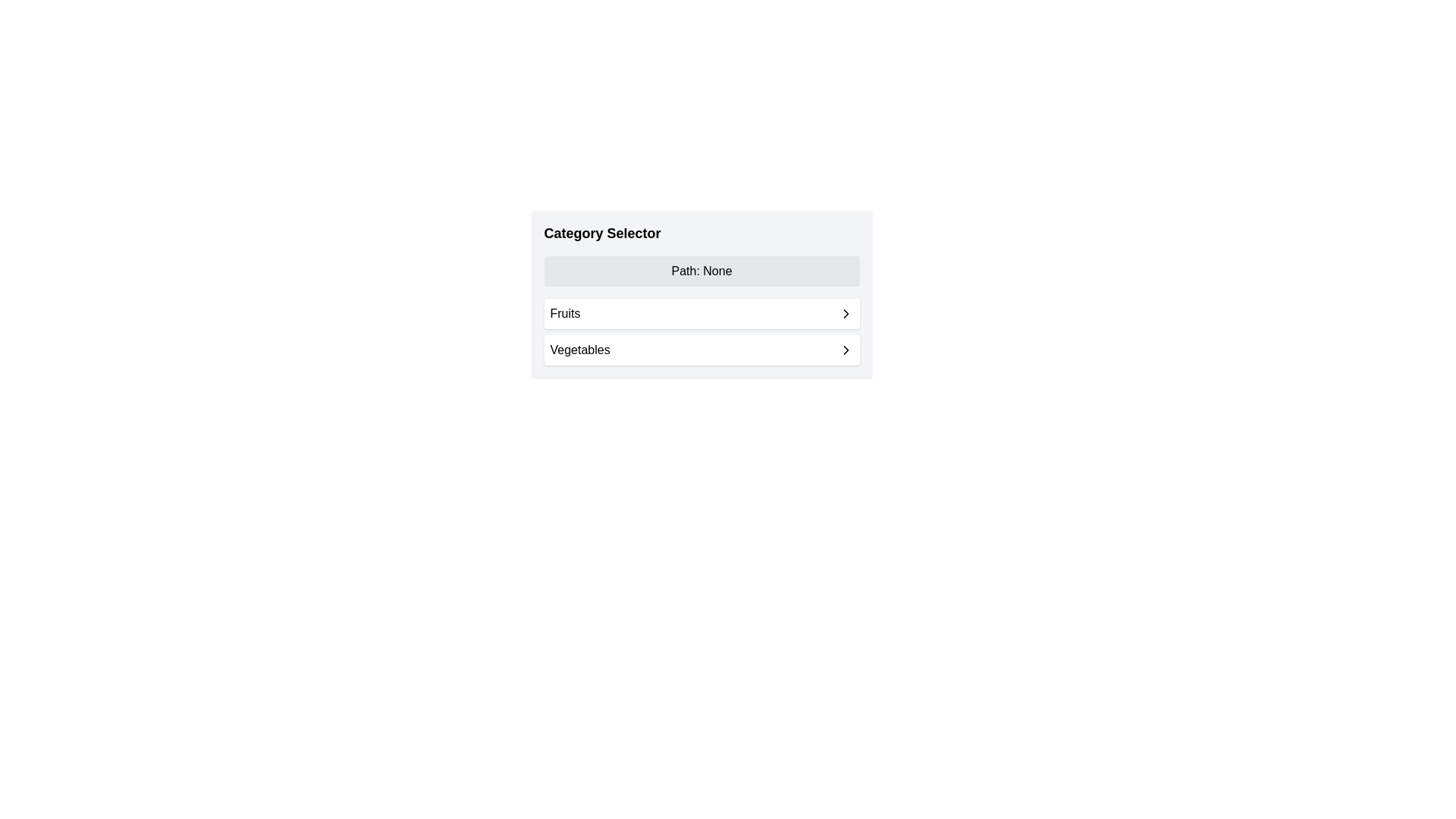 This screenshot has height=819, width=1456. What do you see at coordinates (579, 350) in the screenshot?
I see `the 'Vegetables' label, which is a text block styled with a plain black font located in the lower selection block of the category selector interface, immediately below the 'Fruits' selection item` at bounding box center [579, 350].